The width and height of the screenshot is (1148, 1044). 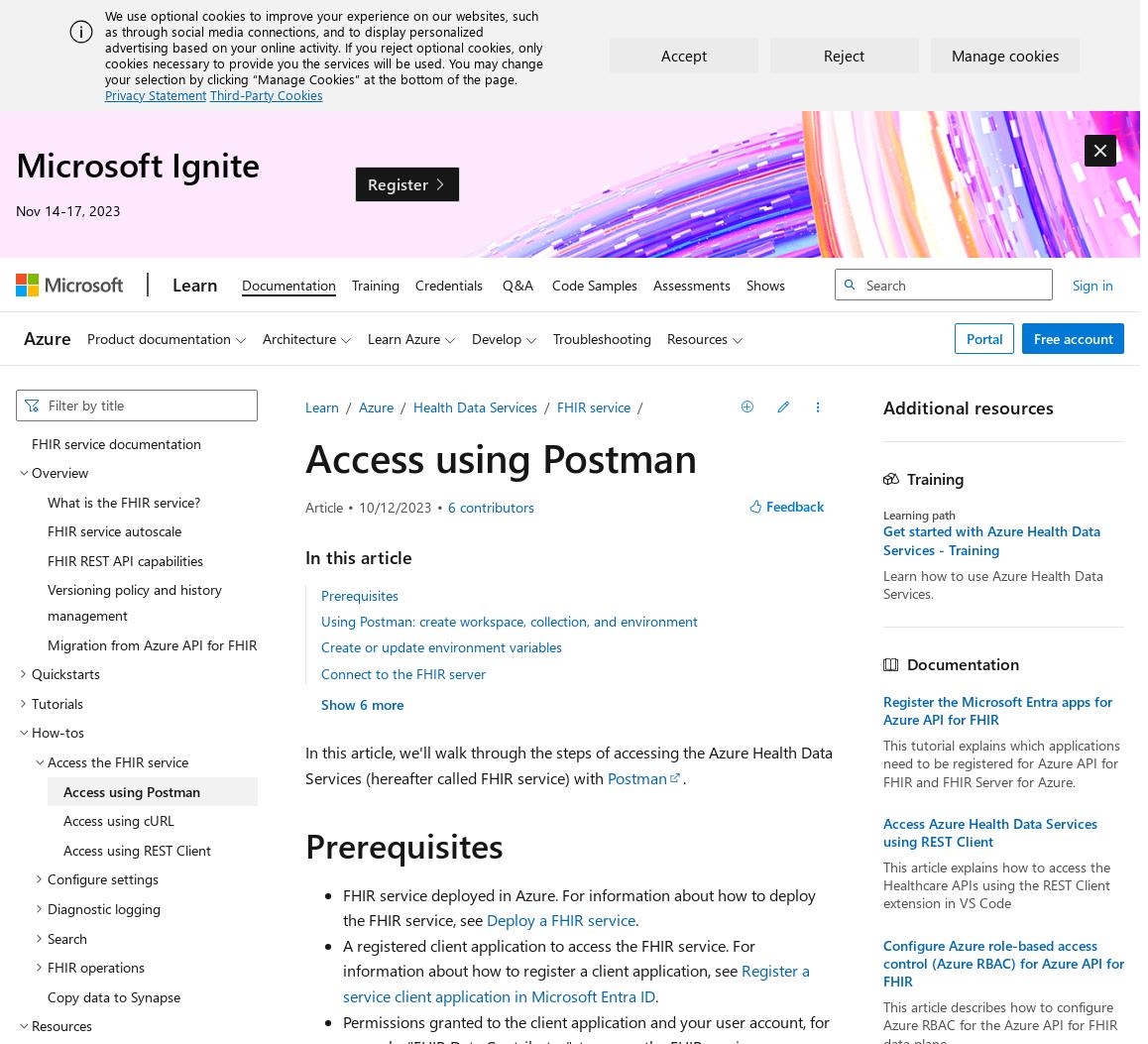 I want to click on 'In this article', so click(x=356, y=555).